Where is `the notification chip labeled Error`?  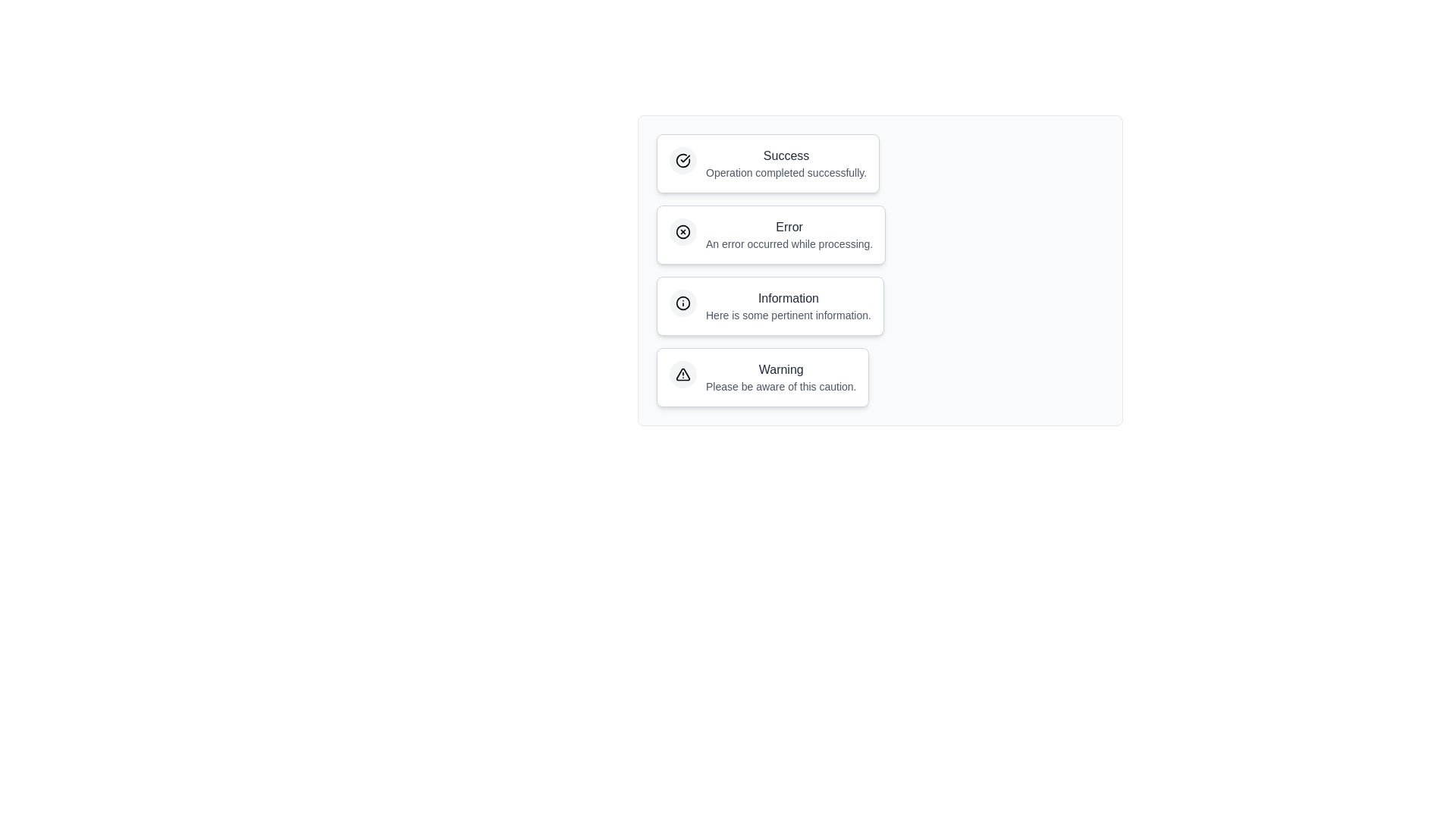 the notification chip labeled Error is located at coordinates (771, 234).